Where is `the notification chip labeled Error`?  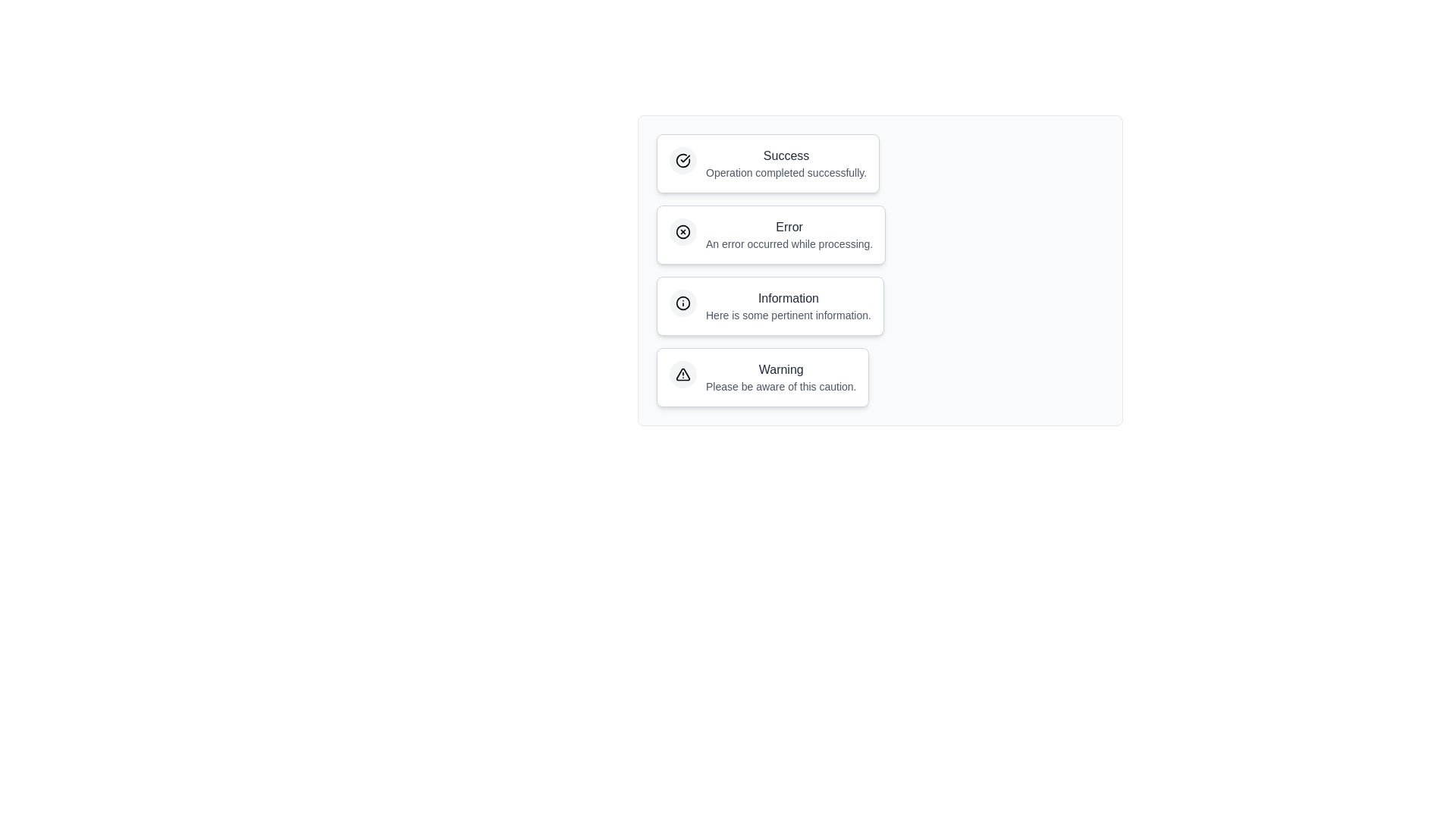 the notification chip labeled Error is located at coordinates (771, 234).